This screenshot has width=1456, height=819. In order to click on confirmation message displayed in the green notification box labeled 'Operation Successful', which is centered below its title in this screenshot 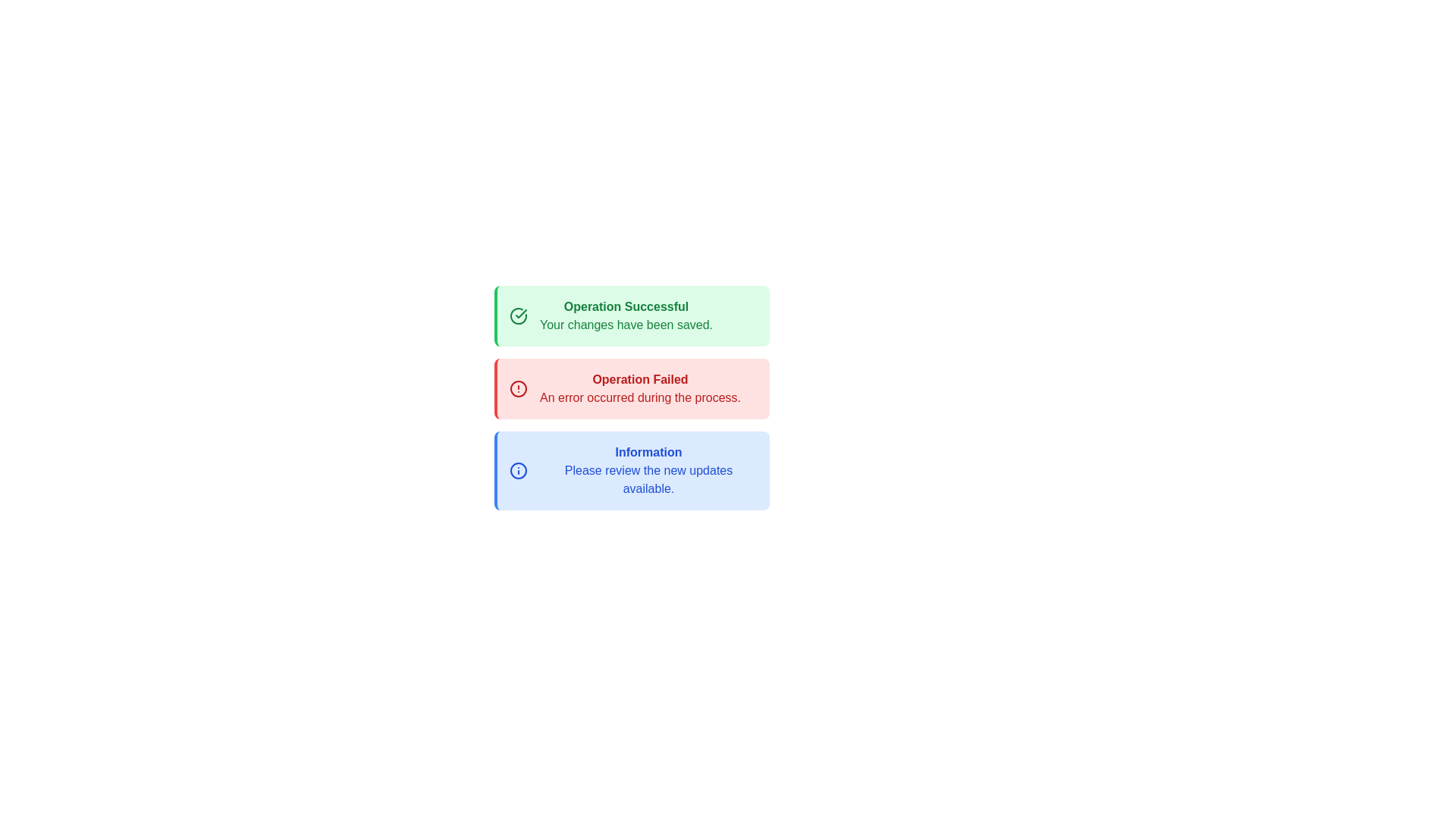, I will do `click(626, 324)`.